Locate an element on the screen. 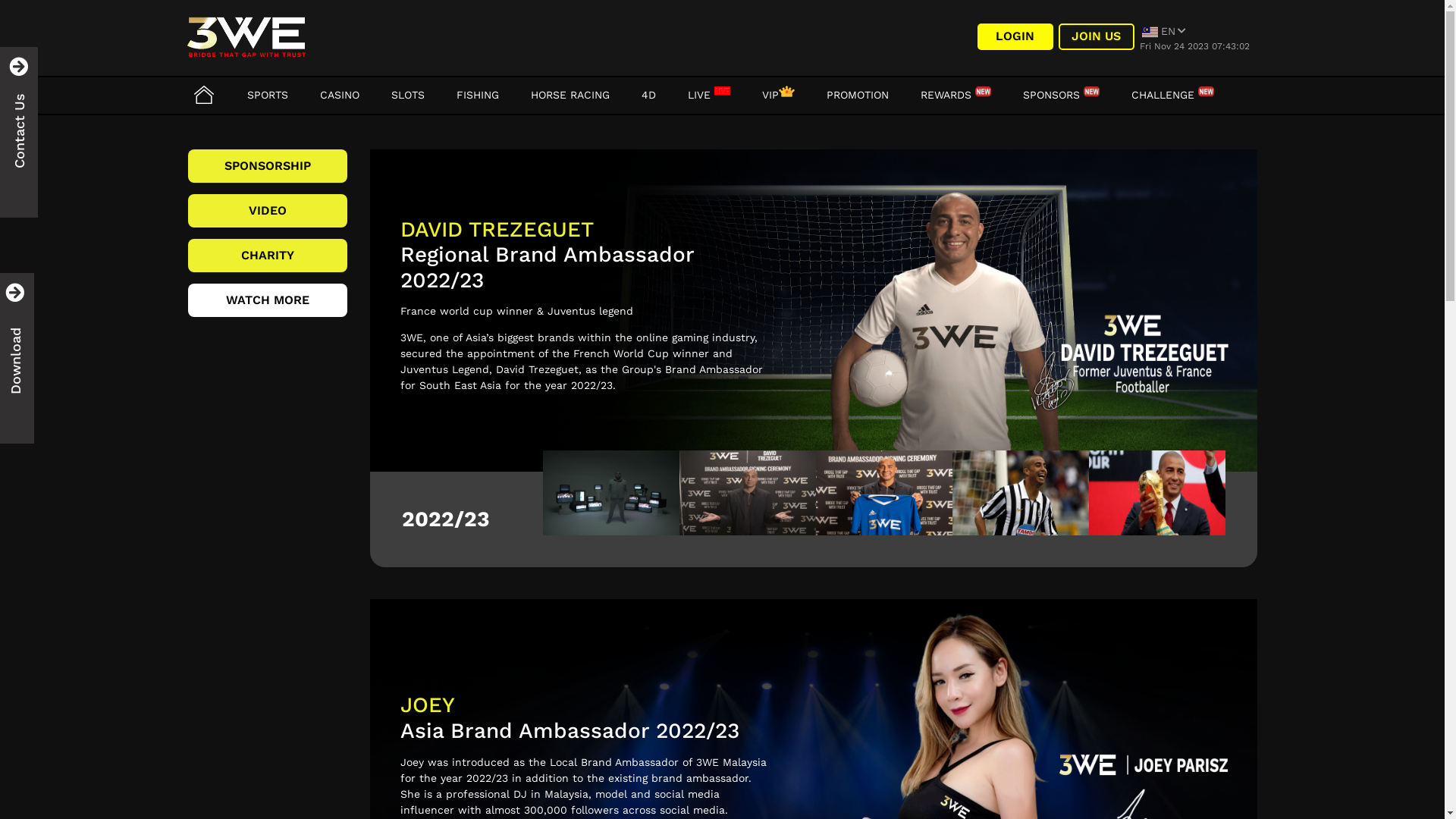 This screenshot has width=1456, height=819. '4D' is located at coordinates (641, 94).